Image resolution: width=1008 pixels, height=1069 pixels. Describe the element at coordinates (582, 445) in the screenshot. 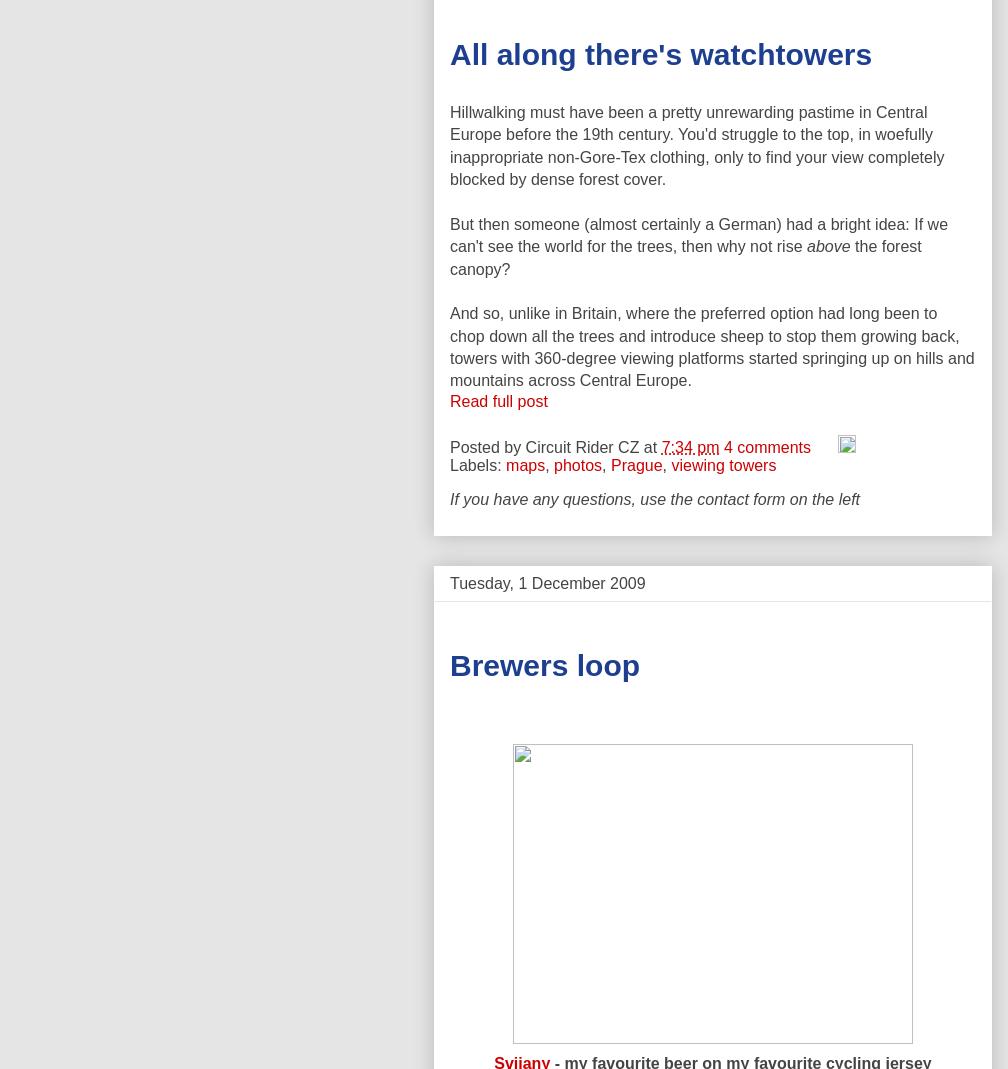

I see `'Circuit Rider CZ'` at that location.